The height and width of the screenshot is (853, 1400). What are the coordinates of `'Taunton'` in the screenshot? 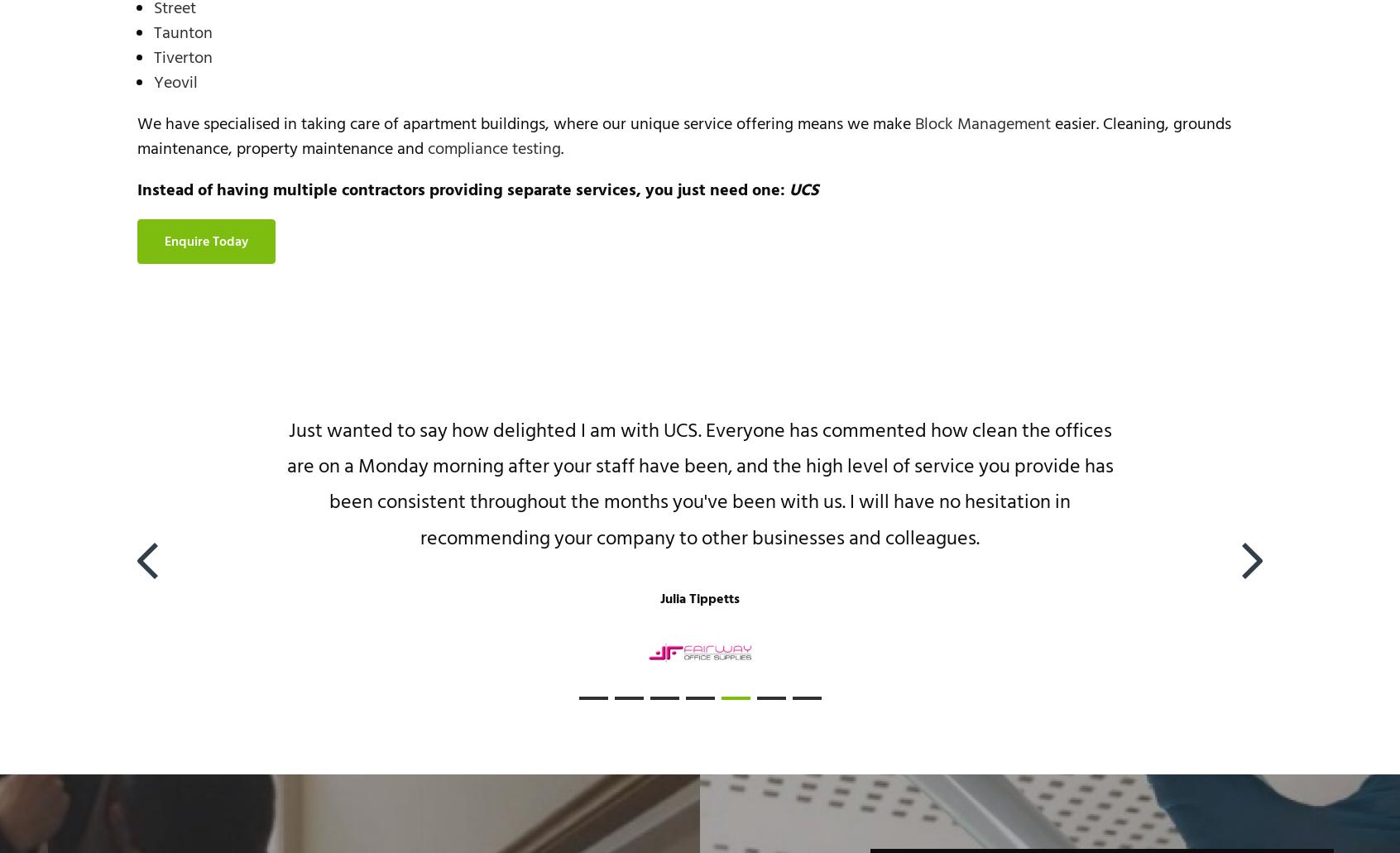 It's located at (183, 33).